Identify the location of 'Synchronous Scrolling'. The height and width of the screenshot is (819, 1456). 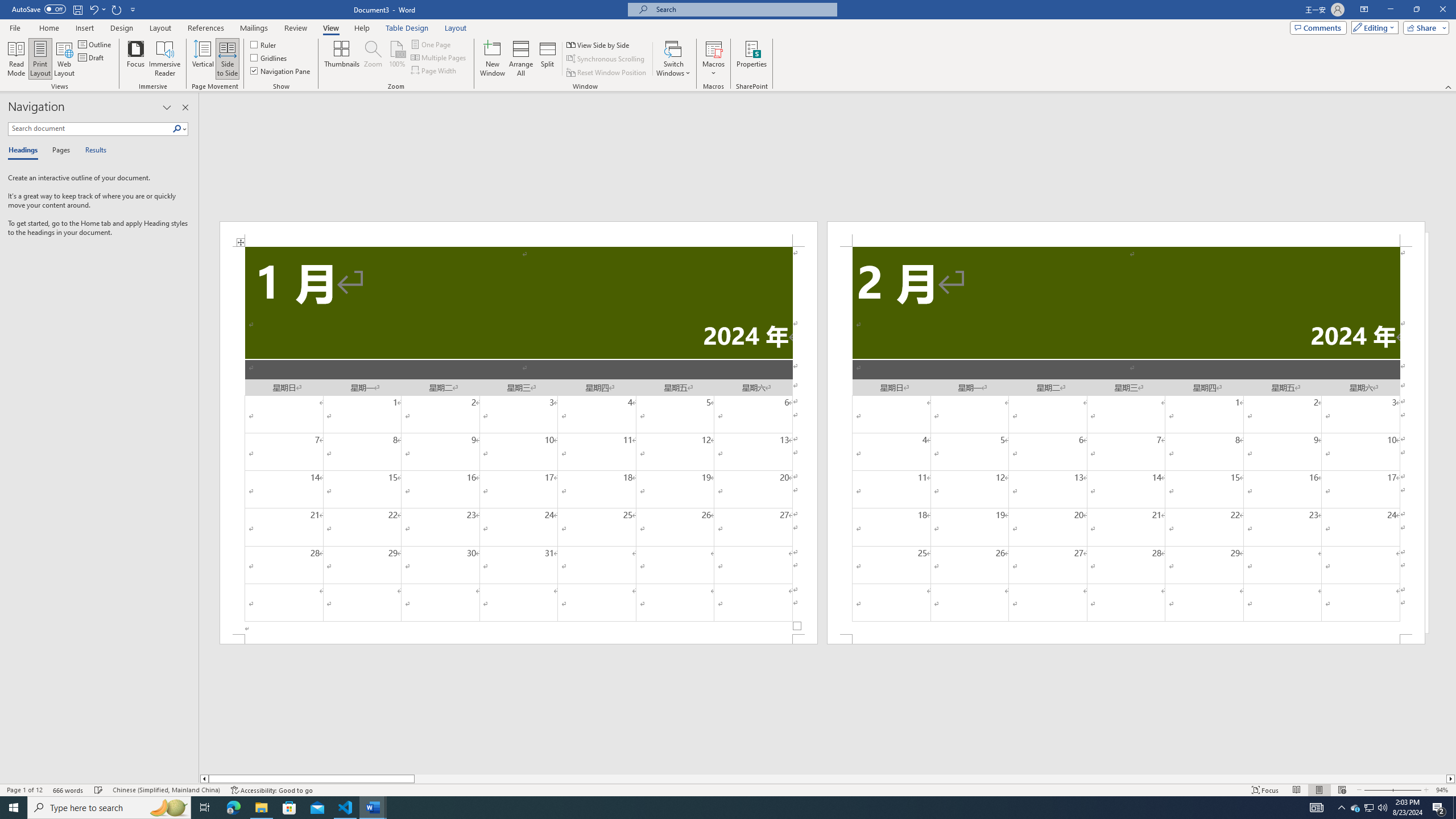
(606, 59).